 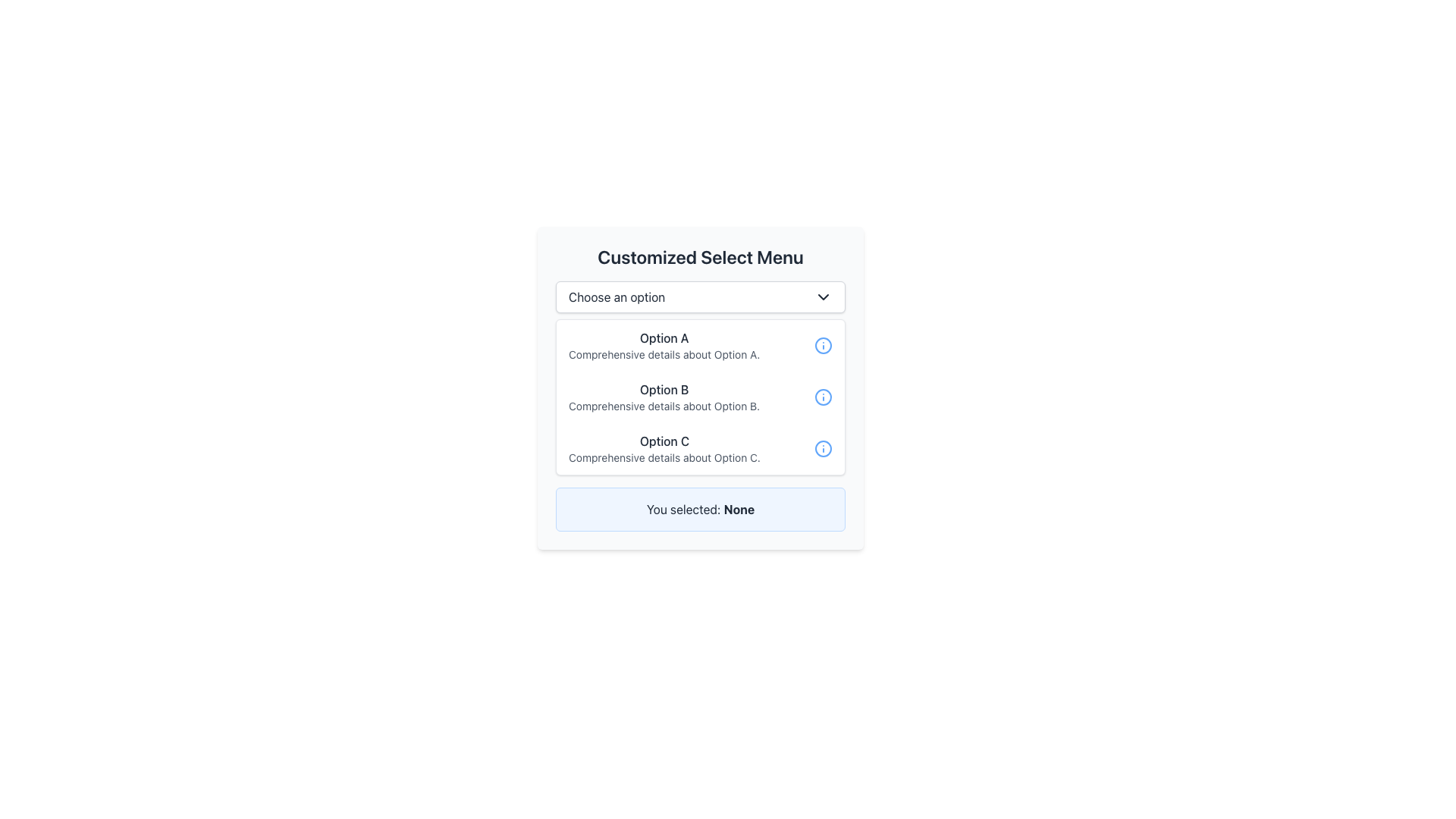 What do you see at coordinates (664, 397) in the screenshot?
I see `to select the 'Option B' item from the vertical list of options, which includes 'Option A,' 'Option B,' and 'Option C.'` at bounding box center [664, 397].